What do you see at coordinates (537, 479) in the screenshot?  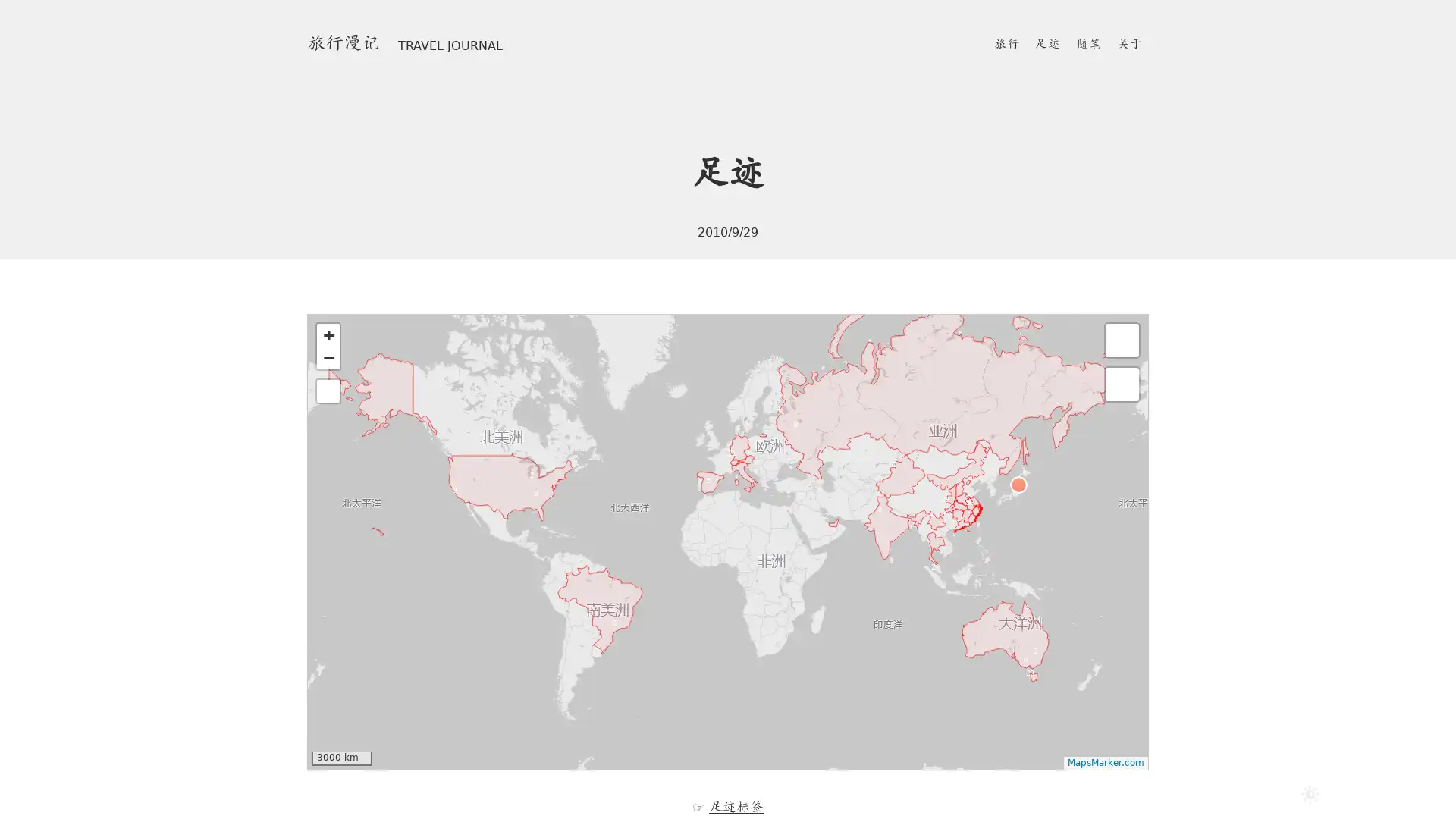 I see `2` at bounding box center [537, 479].